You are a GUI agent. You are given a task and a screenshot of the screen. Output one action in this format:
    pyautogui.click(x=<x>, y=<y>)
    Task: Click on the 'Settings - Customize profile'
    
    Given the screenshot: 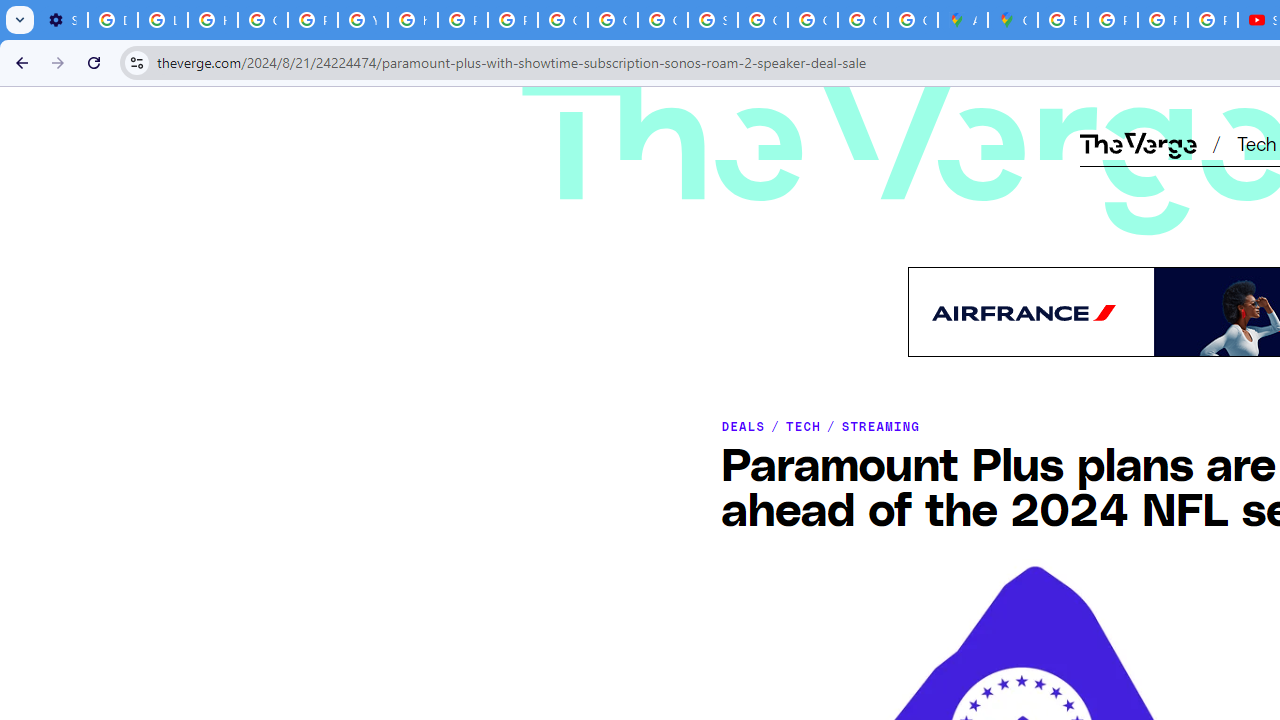 What is the action you would take?
    pyautogui.click(x=62, y=20)
    